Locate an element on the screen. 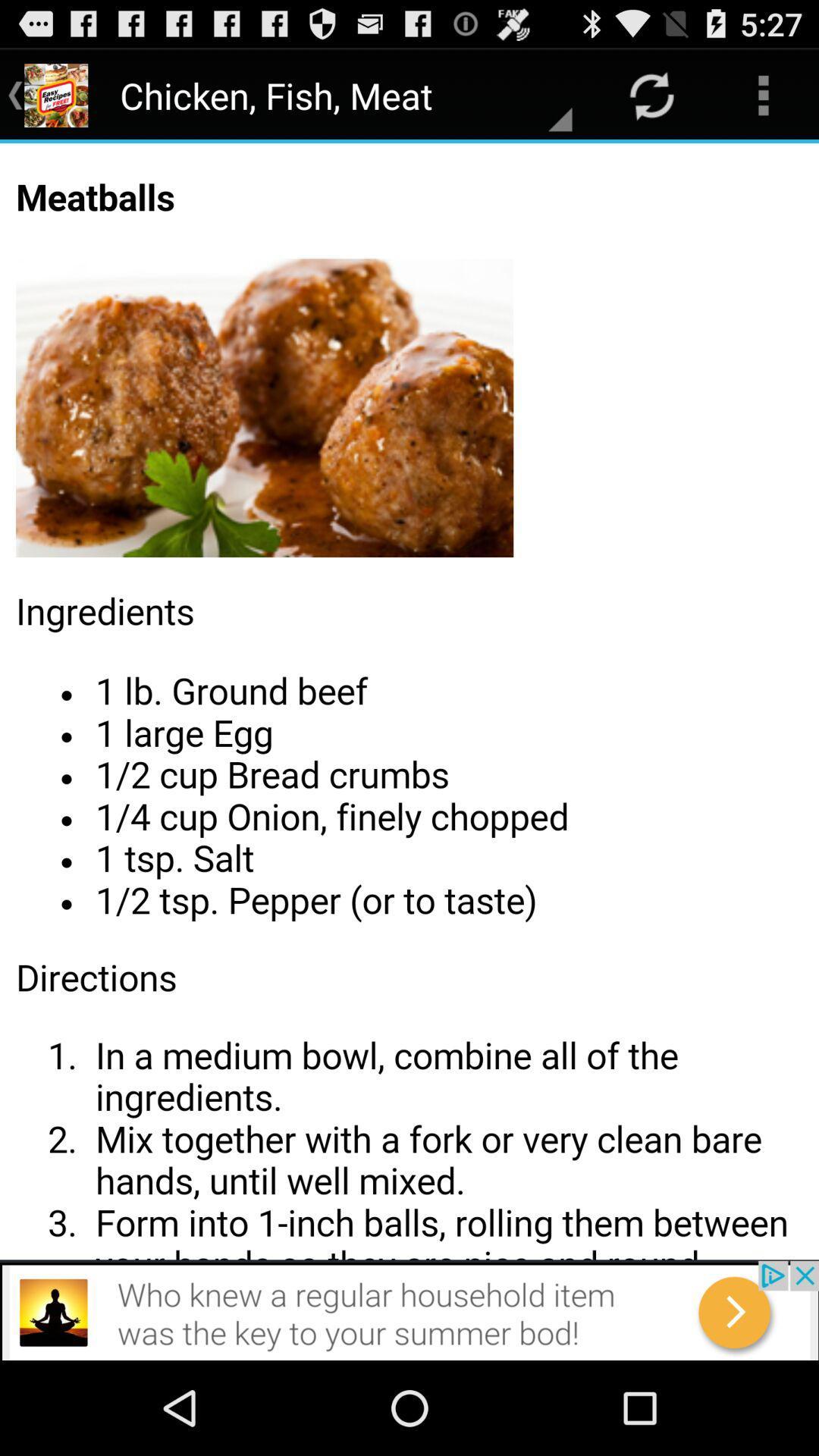 The image size is (819, 1456). advertisement page is located at coordinates (409, 1310).